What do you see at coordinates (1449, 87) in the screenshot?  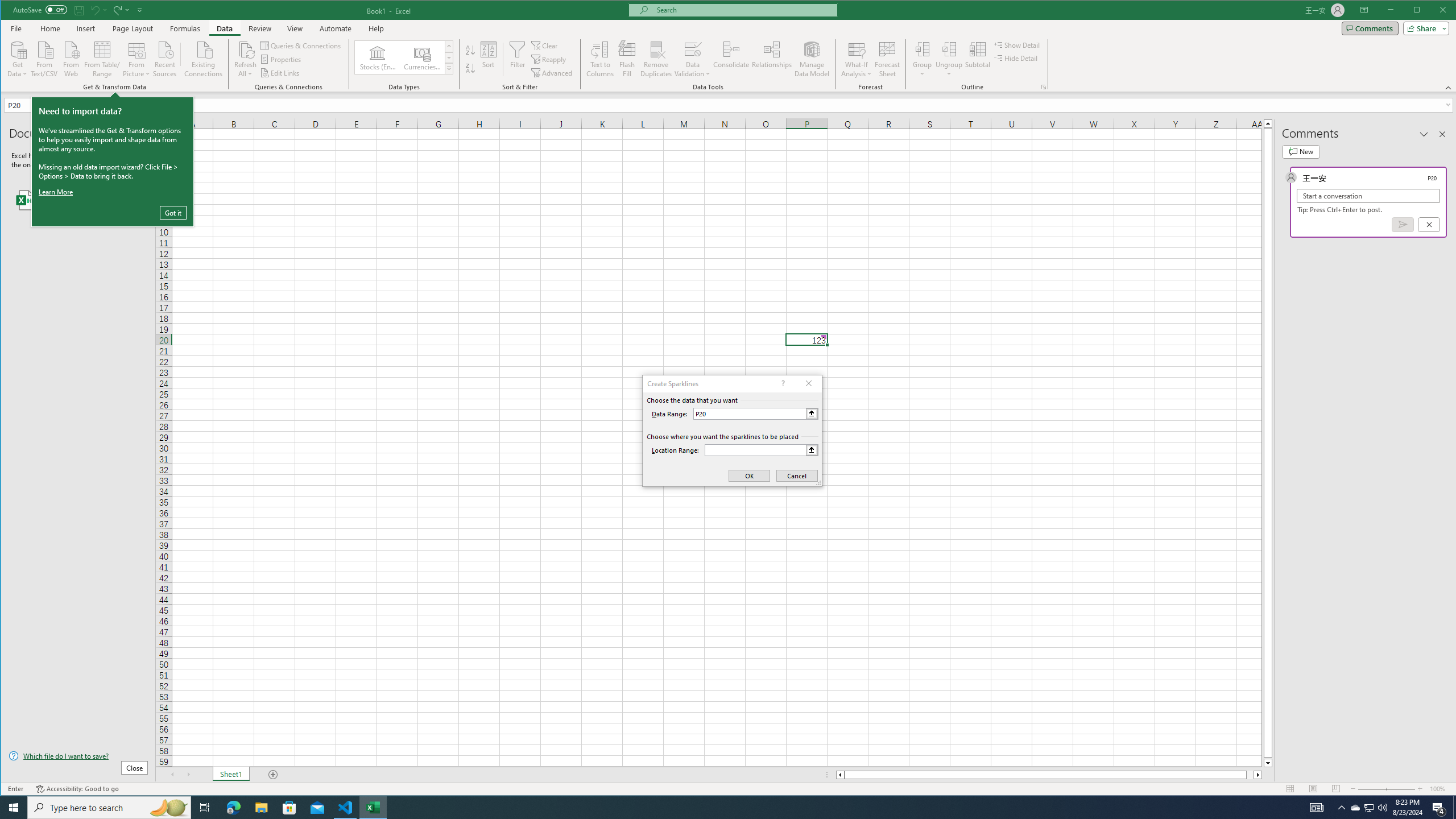 I see `'Collapse the Ribbon'` at bounding box center [1449, 87].